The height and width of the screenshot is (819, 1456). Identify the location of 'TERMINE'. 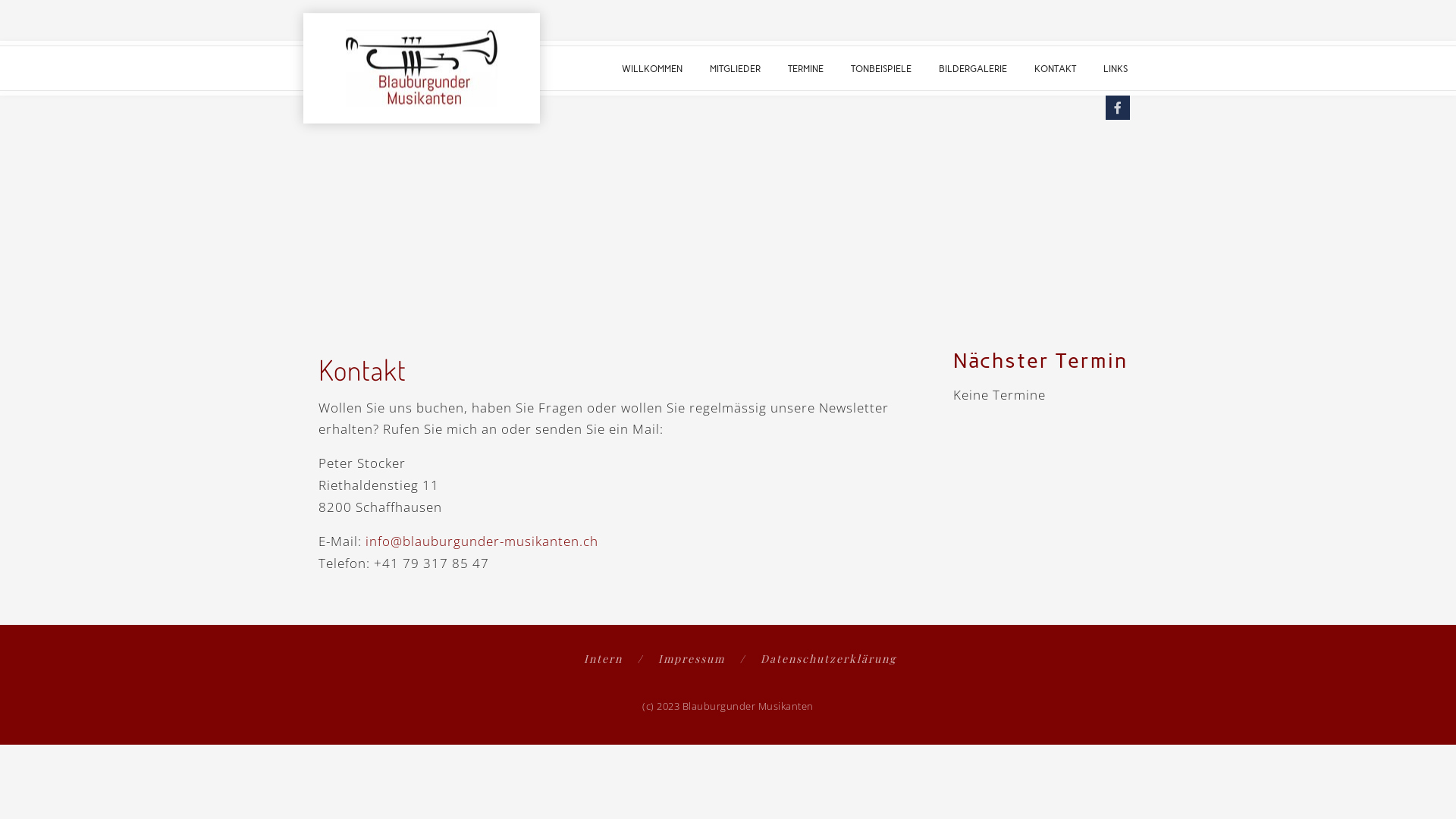
(805, 67).